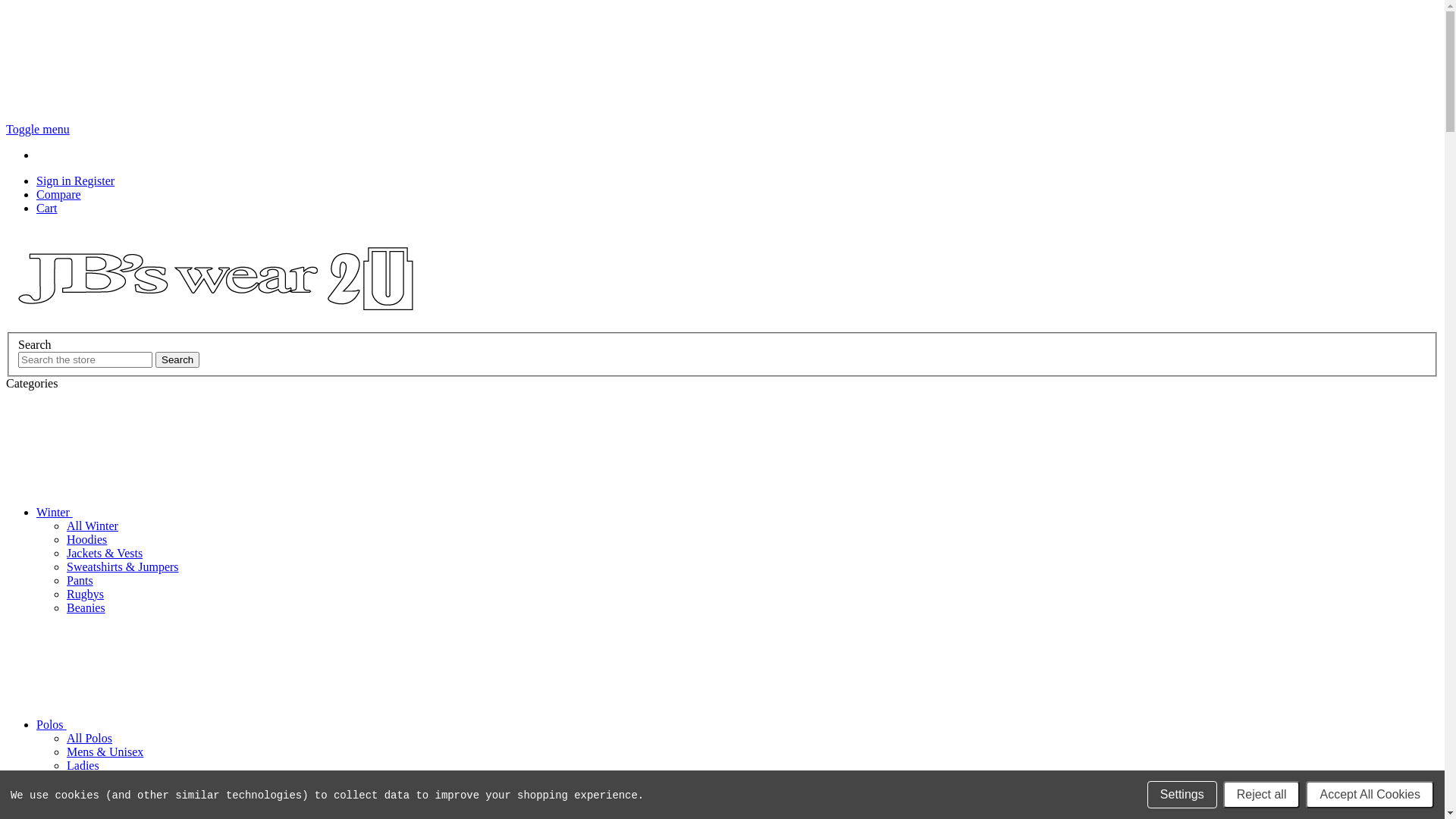  Describe the element at coordinates (1370, 794) in the screenshot. I see `'Accept All Cookies'` at that location.